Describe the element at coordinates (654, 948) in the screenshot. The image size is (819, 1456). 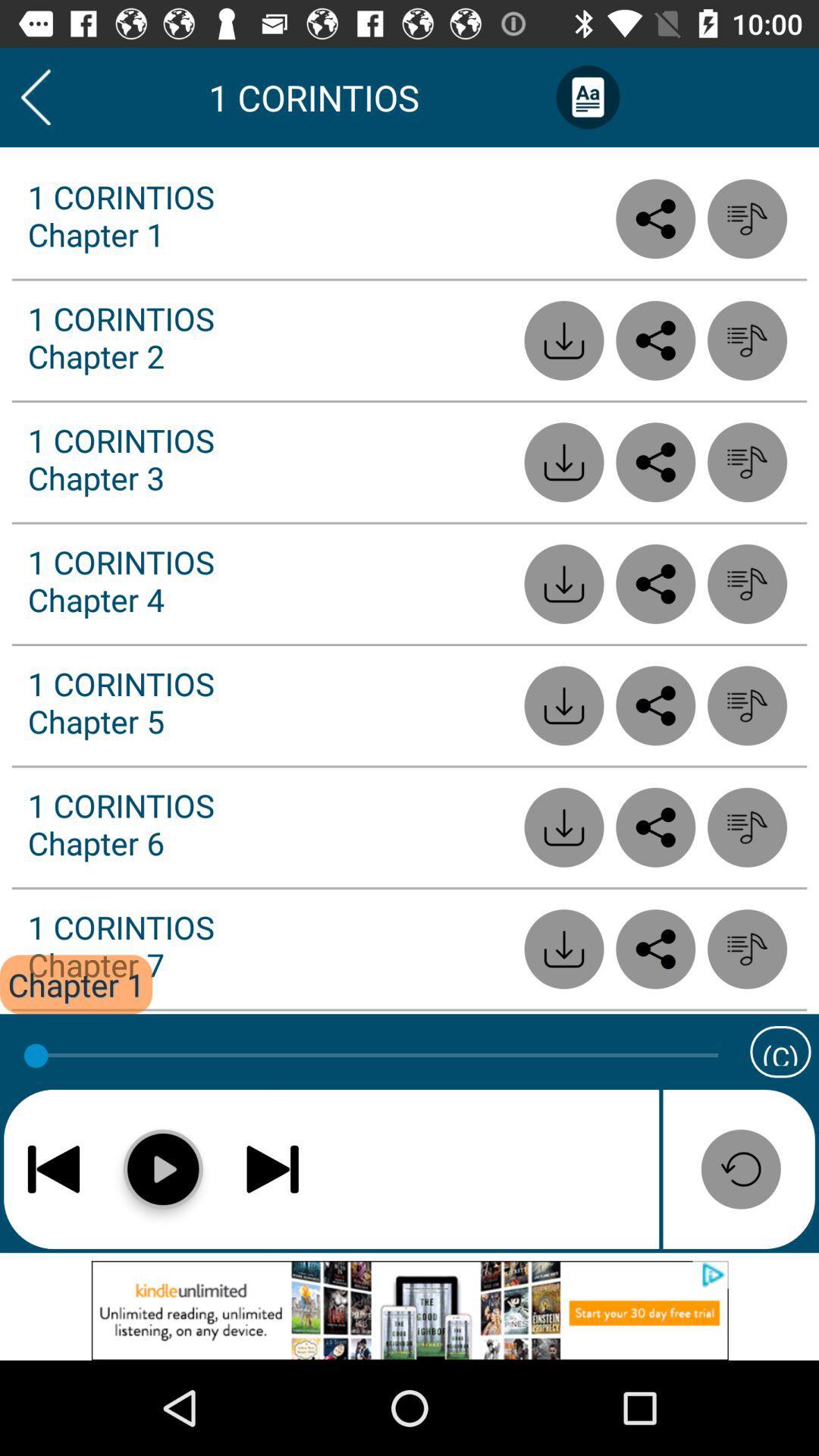
I see `share the chapter` at that location.